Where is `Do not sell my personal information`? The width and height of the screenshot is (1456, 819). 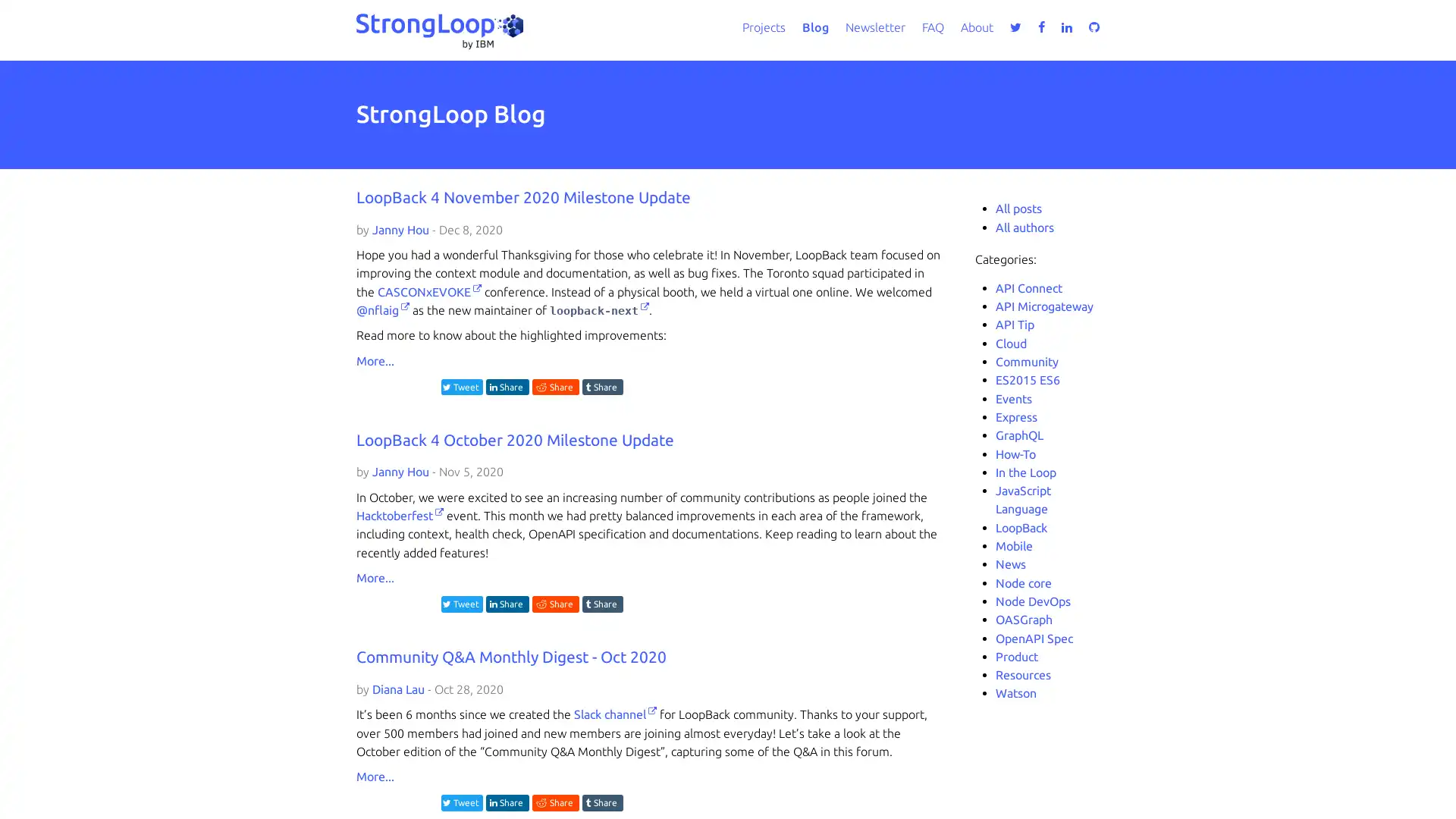
Do not sell my personal information is located at coordinates (1333, 769).